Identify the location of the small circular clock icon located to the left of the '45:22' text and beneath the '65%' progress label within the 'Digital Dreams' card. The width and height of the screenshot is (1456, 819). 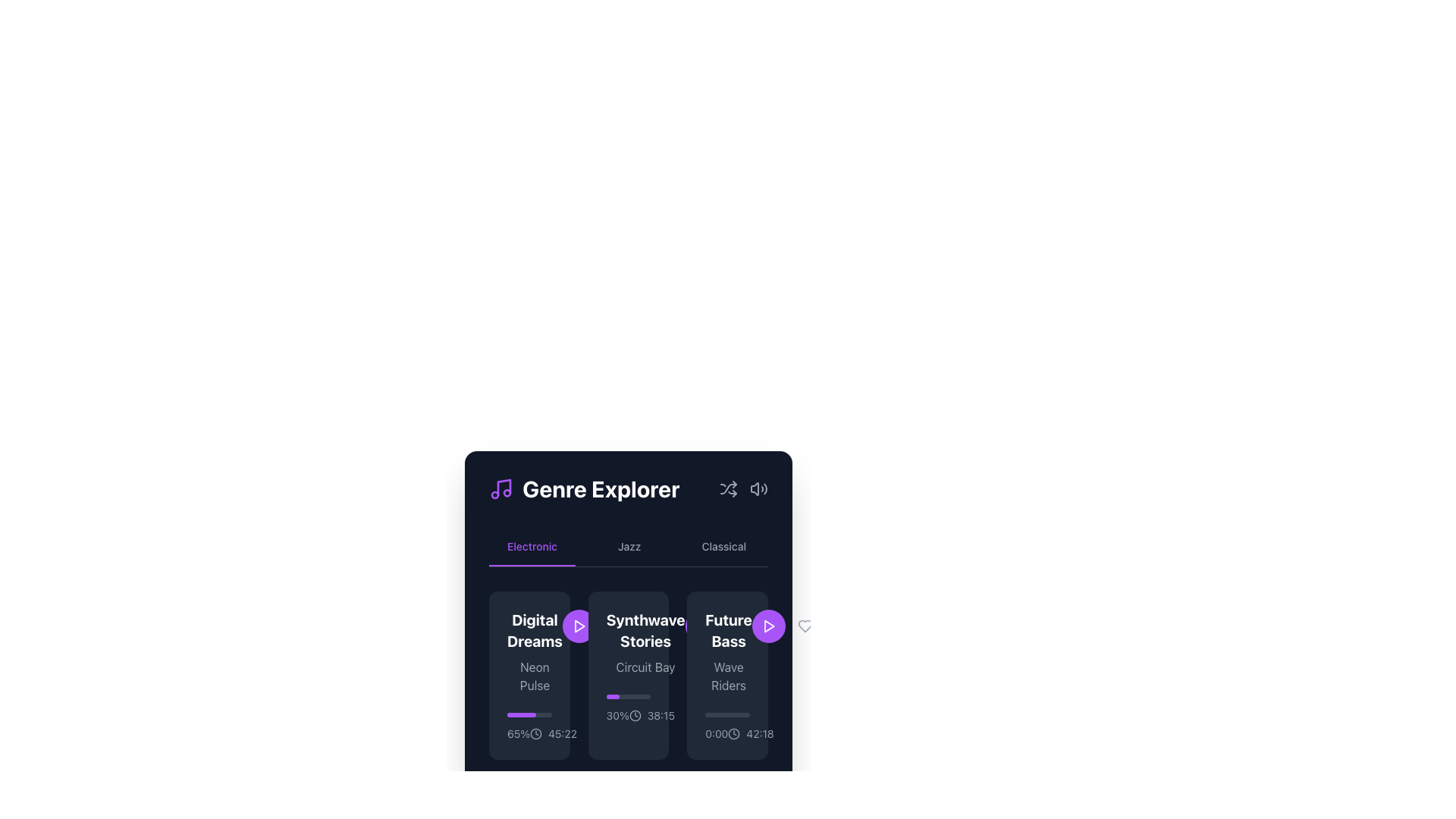
(536, 733).